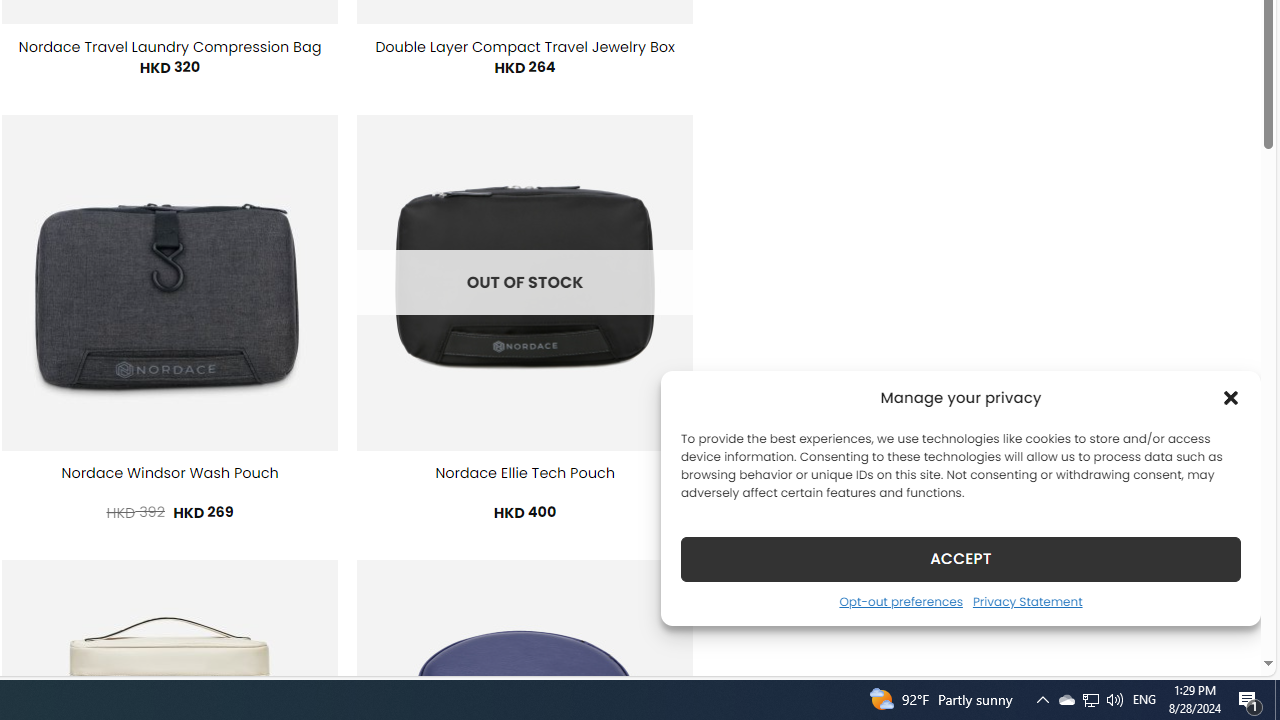 The image size is (1280, 720). Describe the element at coordinates (1230, 397) in the screenshot. I see `'Class: cmplz-close'` at that location.